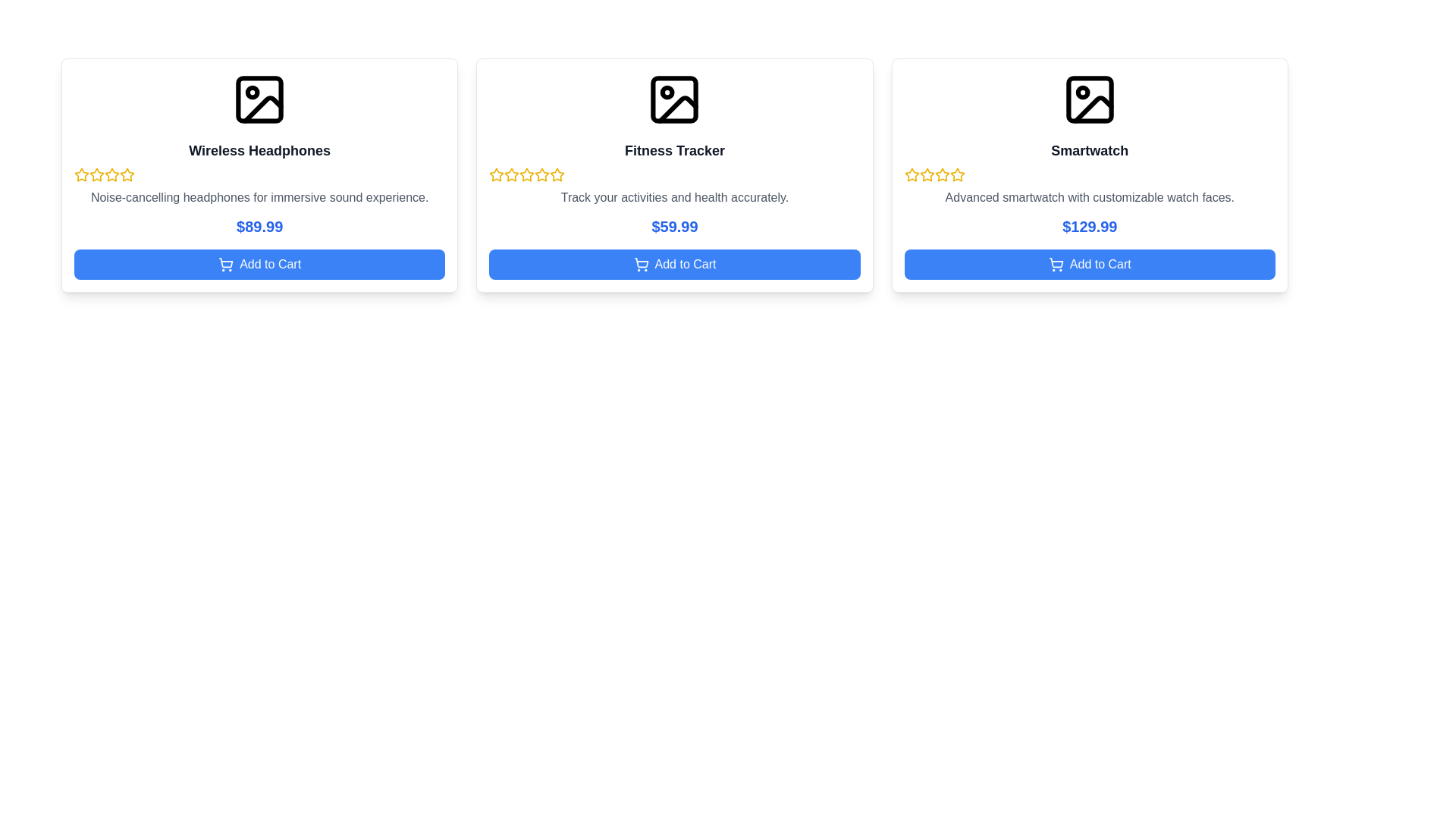 This screenshot has height=819, width=1456. What do you see at coordinates (1055, 263) in the screenshot?
I see `the shopping cart icon within the blue 'Add to Cart' button located under the product card for the 'Smartwatch.'` at bounding box center [1055, 263].